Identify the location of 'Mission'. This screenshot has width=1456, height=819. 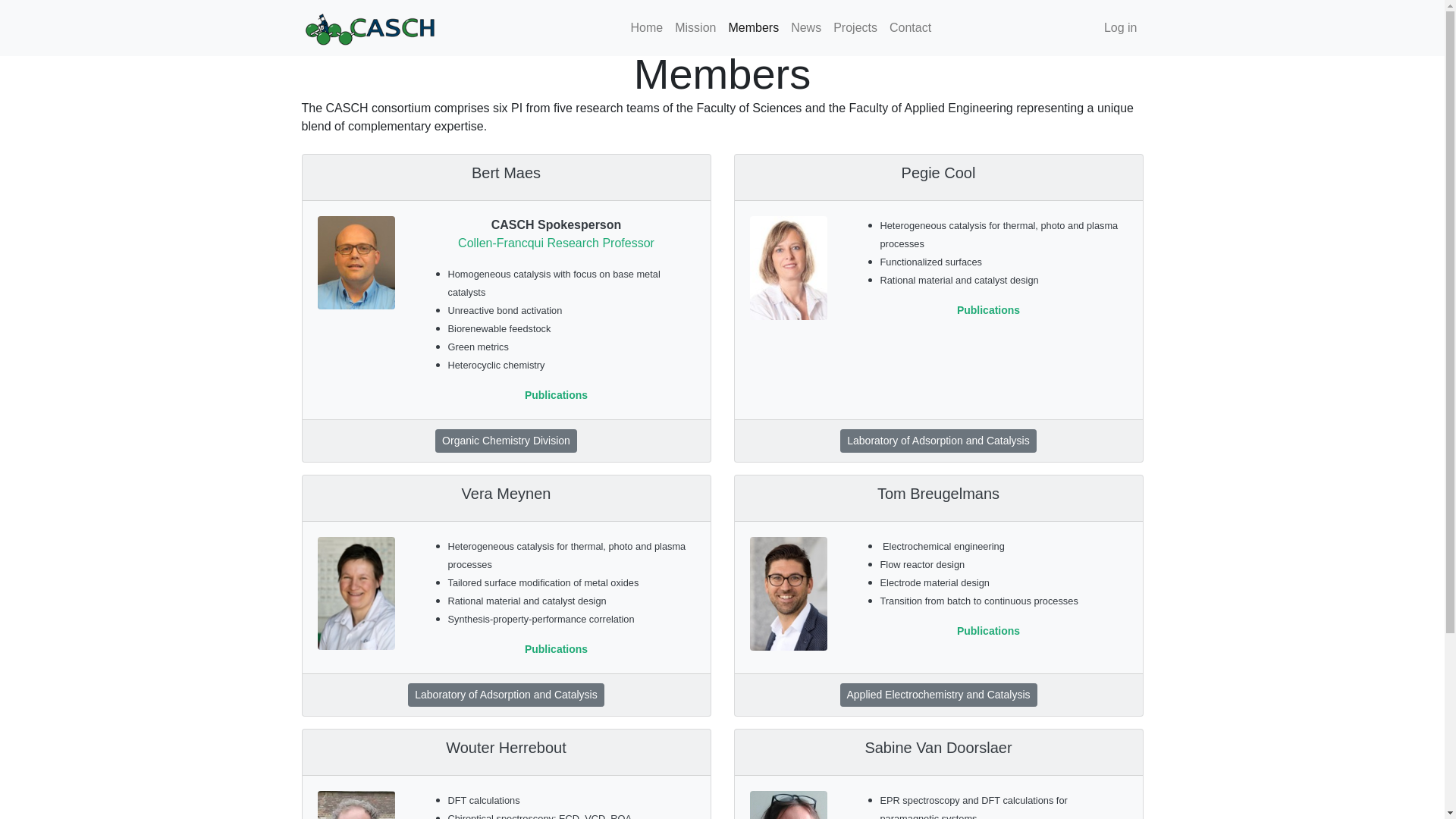
(694, 28).